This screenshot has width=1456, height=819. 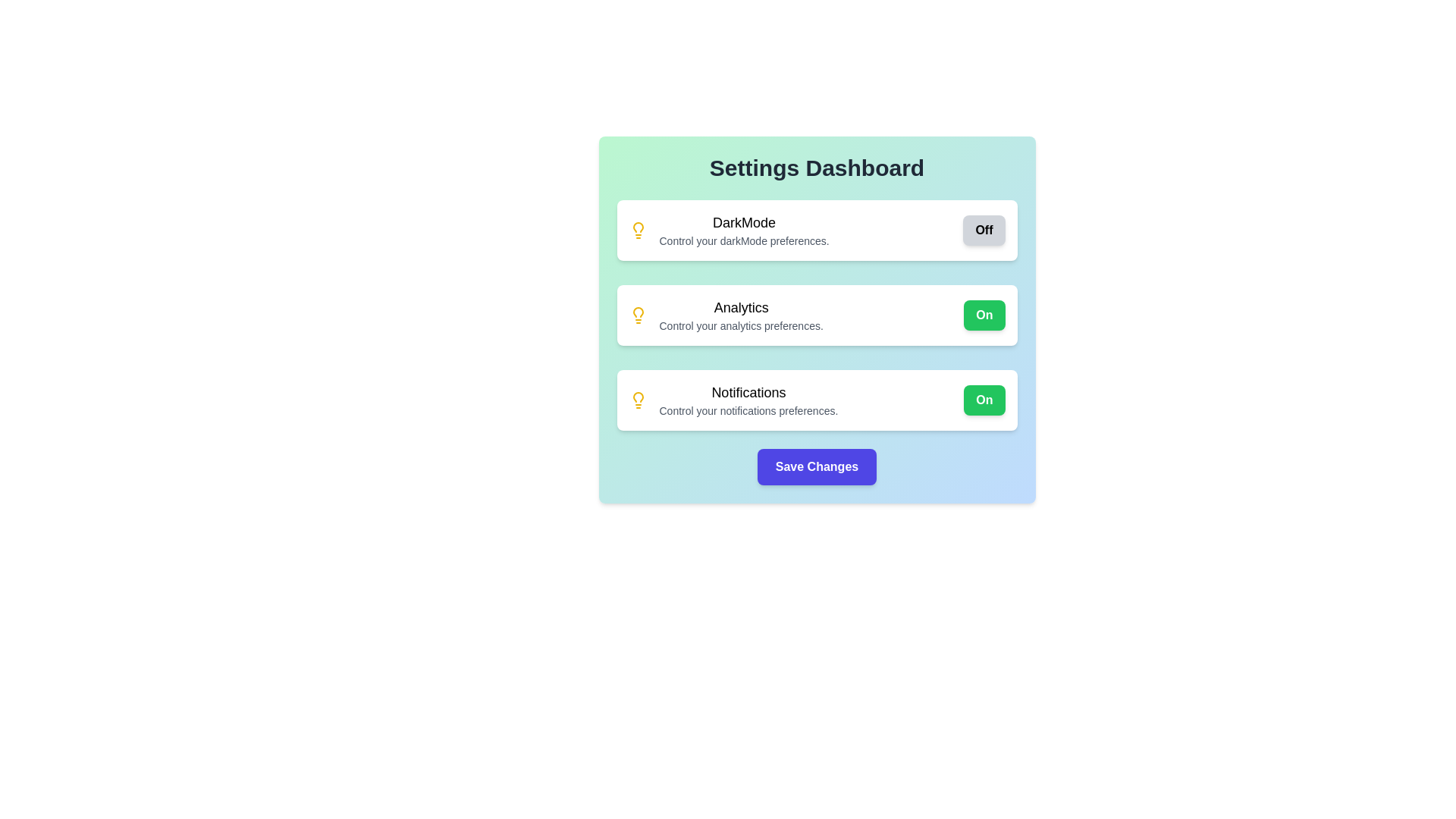 I want to click on the 'Analytics' switch to toggle its state, so click(x=984, y=315).